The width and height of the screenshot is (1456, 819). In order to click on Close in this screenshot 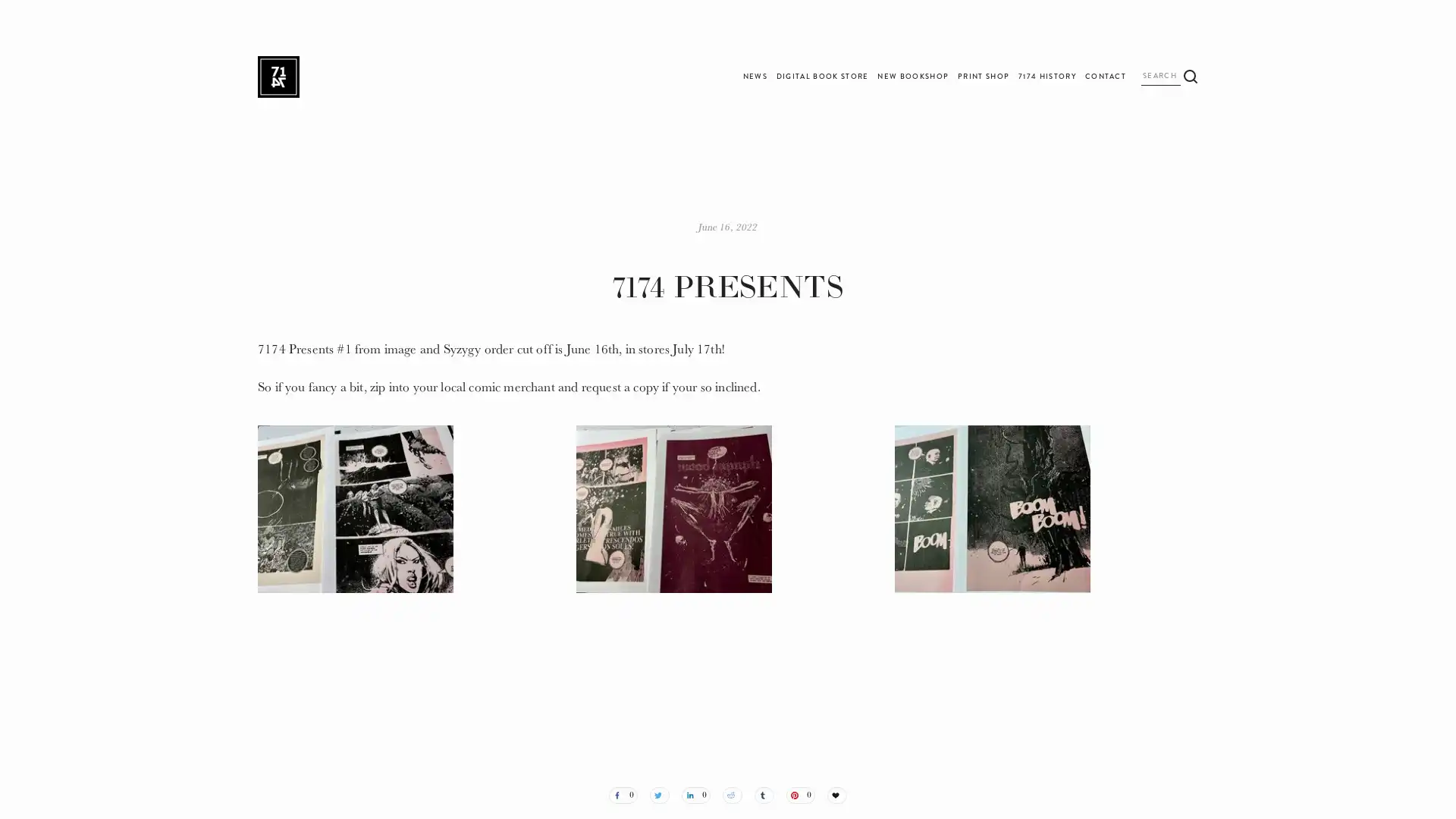, I will do `click(943, 281)`.